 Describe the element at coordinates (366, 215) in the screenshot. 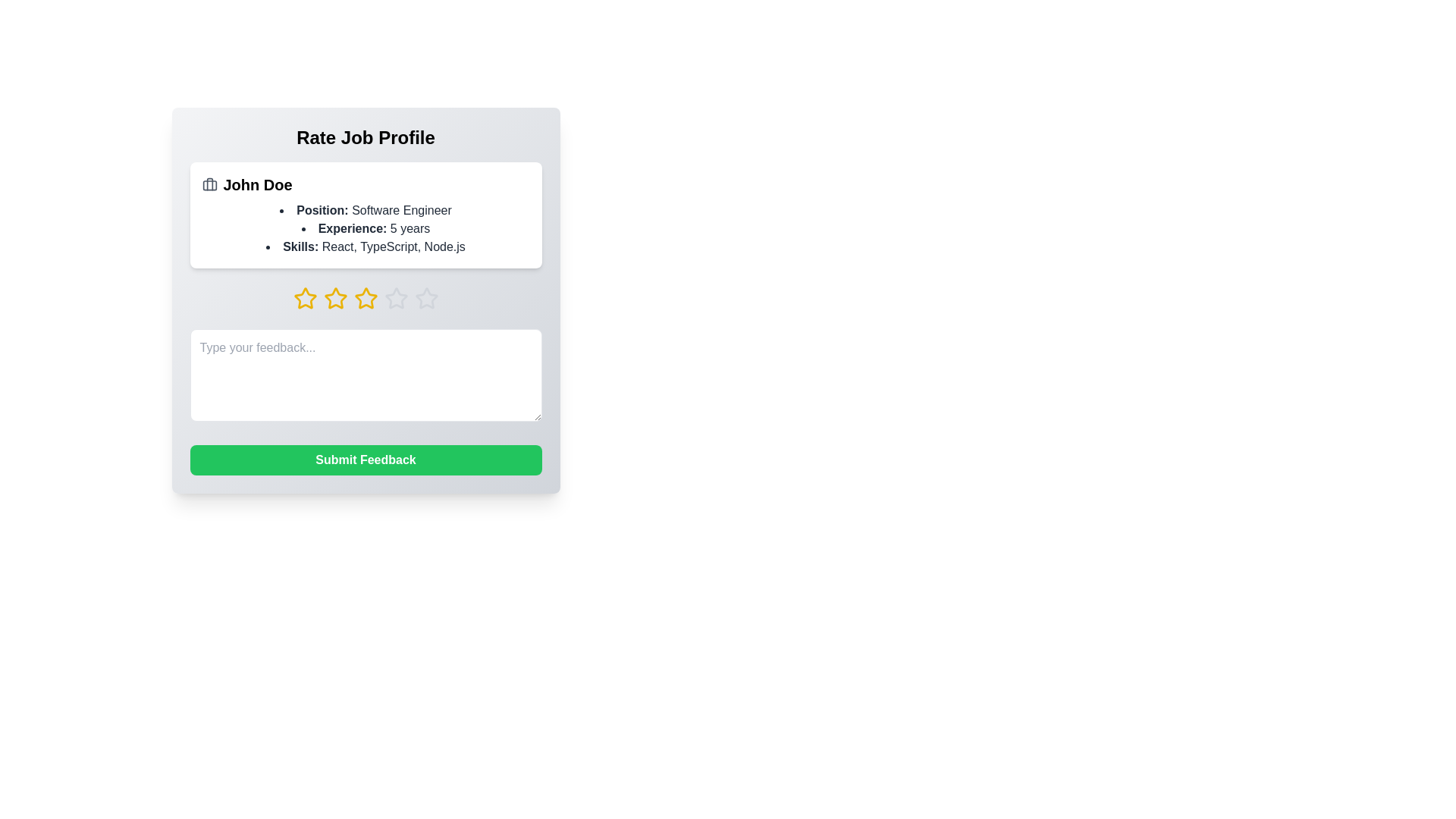

I see `information presented in the Informational Card for 'John Doe', which includes details about their job position as a Software Engineer, 5 years of experience, and skills such as React, TypeScript, and Node.js` at that location.